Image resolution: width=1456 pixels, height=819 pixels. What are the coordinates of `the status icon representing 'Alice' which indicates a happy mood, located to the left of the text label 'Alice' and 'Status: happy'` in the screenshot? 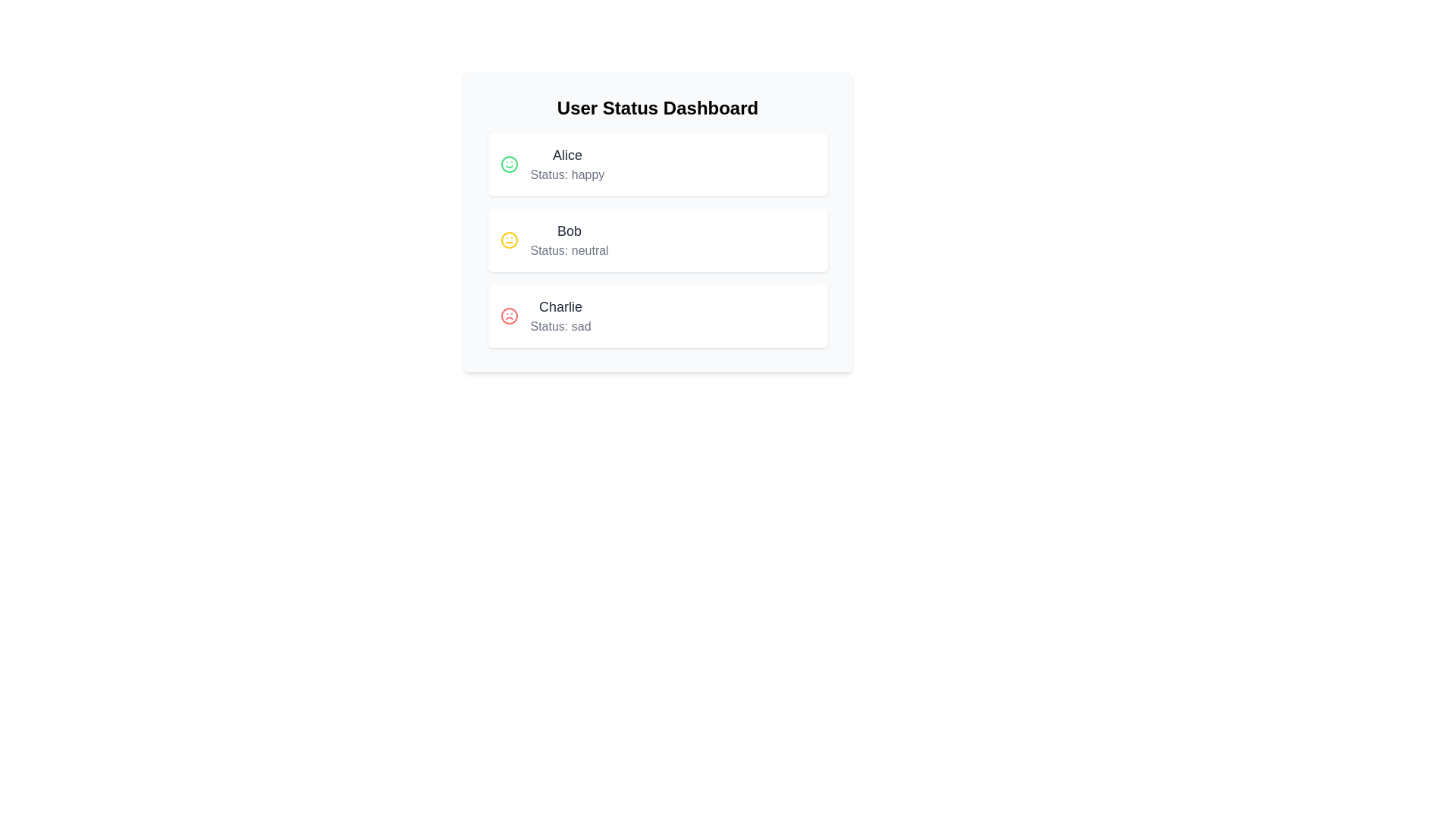 It's located at (509, 164).